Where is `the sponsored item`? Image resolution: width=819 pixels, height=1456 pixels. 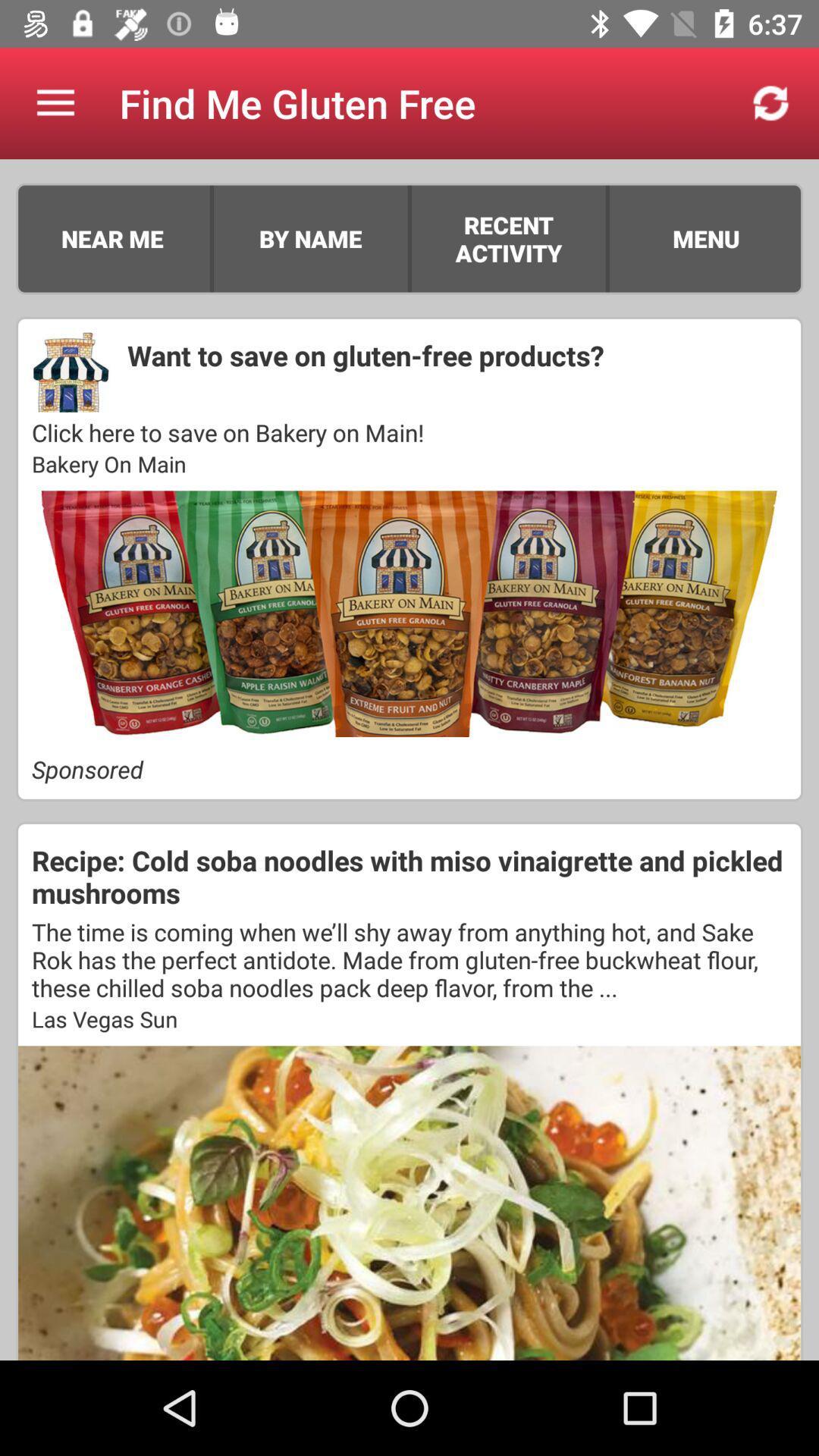 the sponsored item is located at coordinates (409, 769).